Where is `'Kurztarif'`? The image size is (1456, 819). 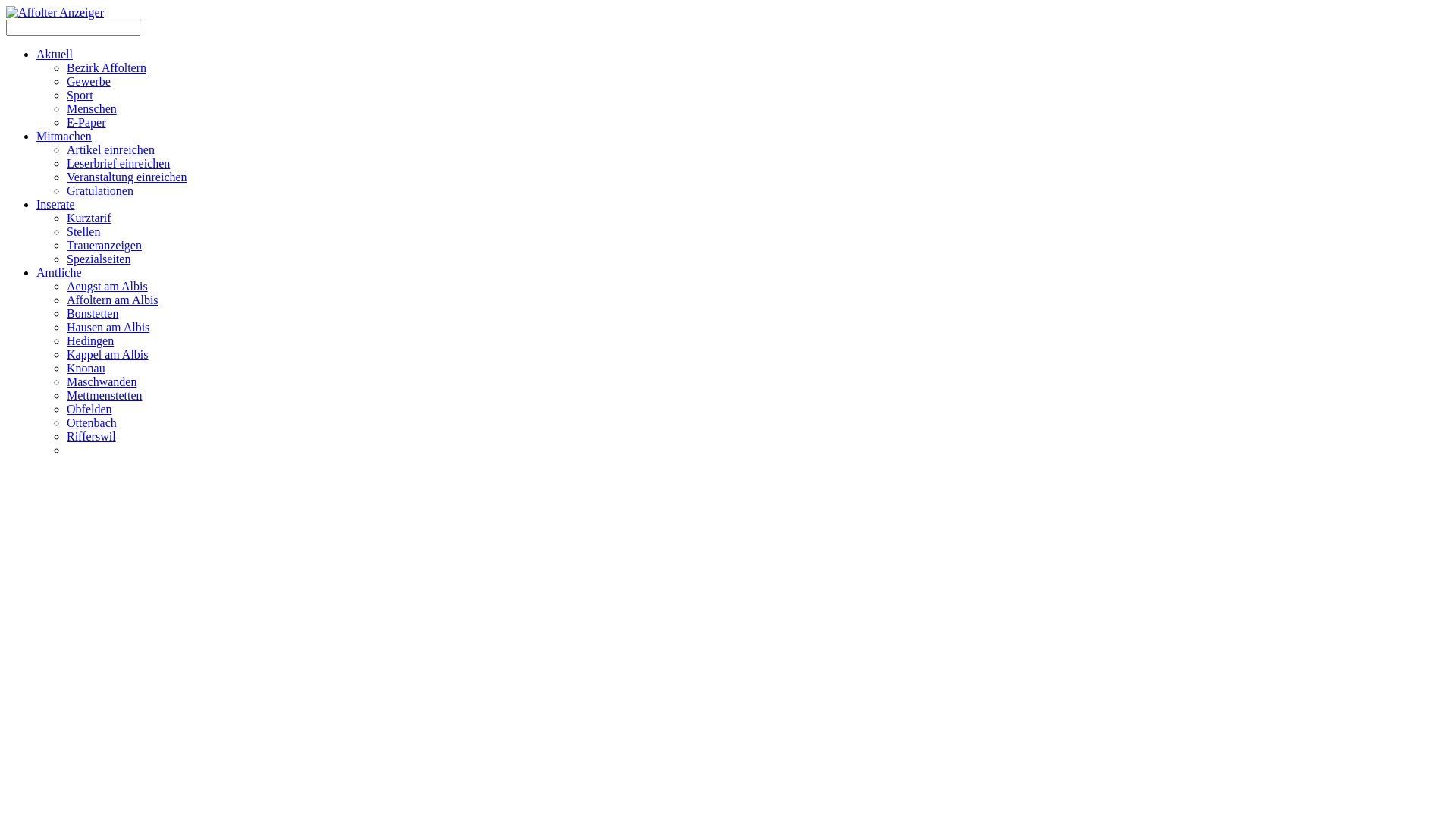
'Kurztarif' is located at coordinates (88, 218).